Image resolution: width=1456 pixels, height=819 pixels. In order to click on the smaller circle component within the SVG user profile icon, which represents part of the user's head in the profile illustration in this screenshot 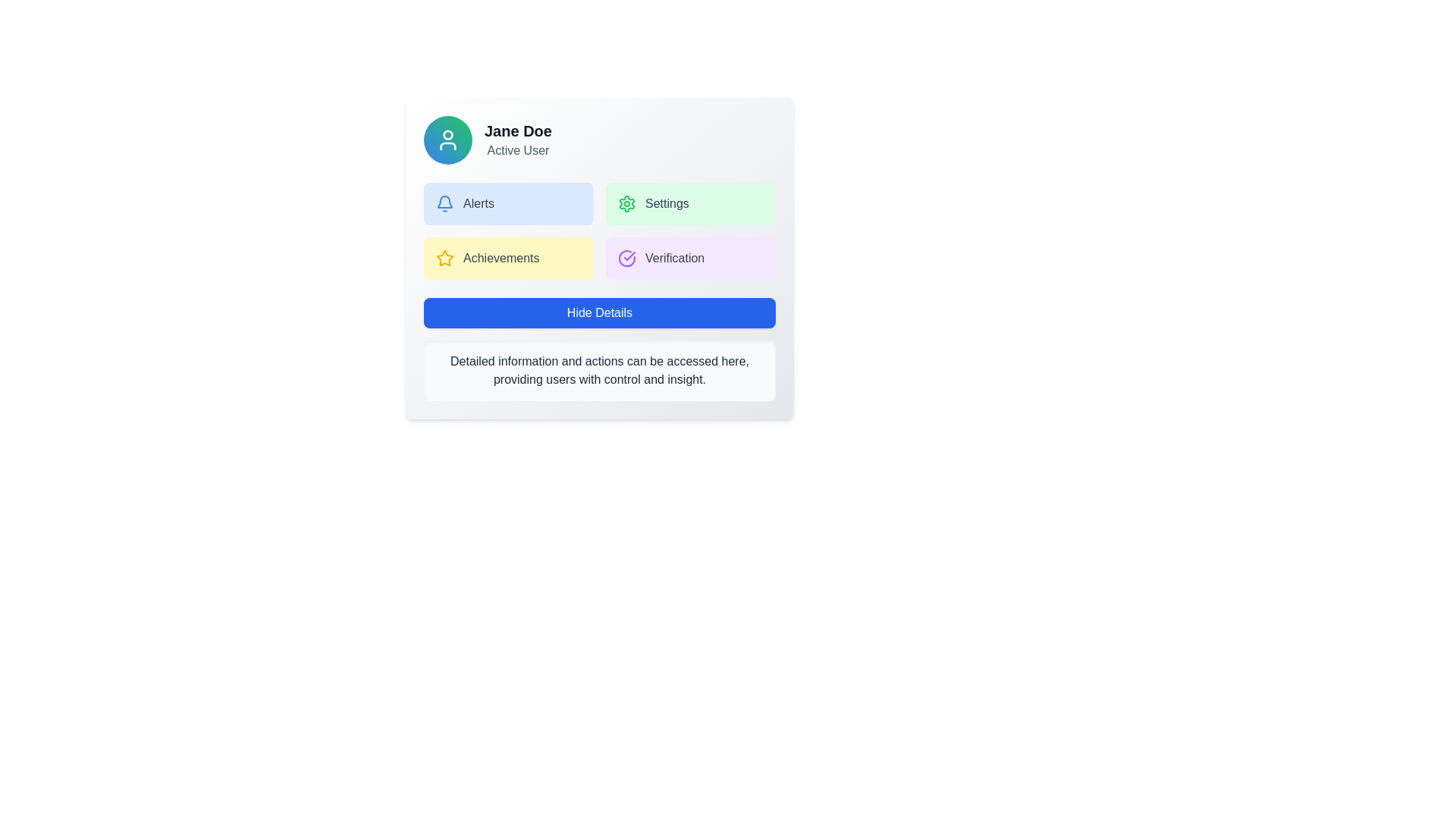, I will do `click(447, 133)`.